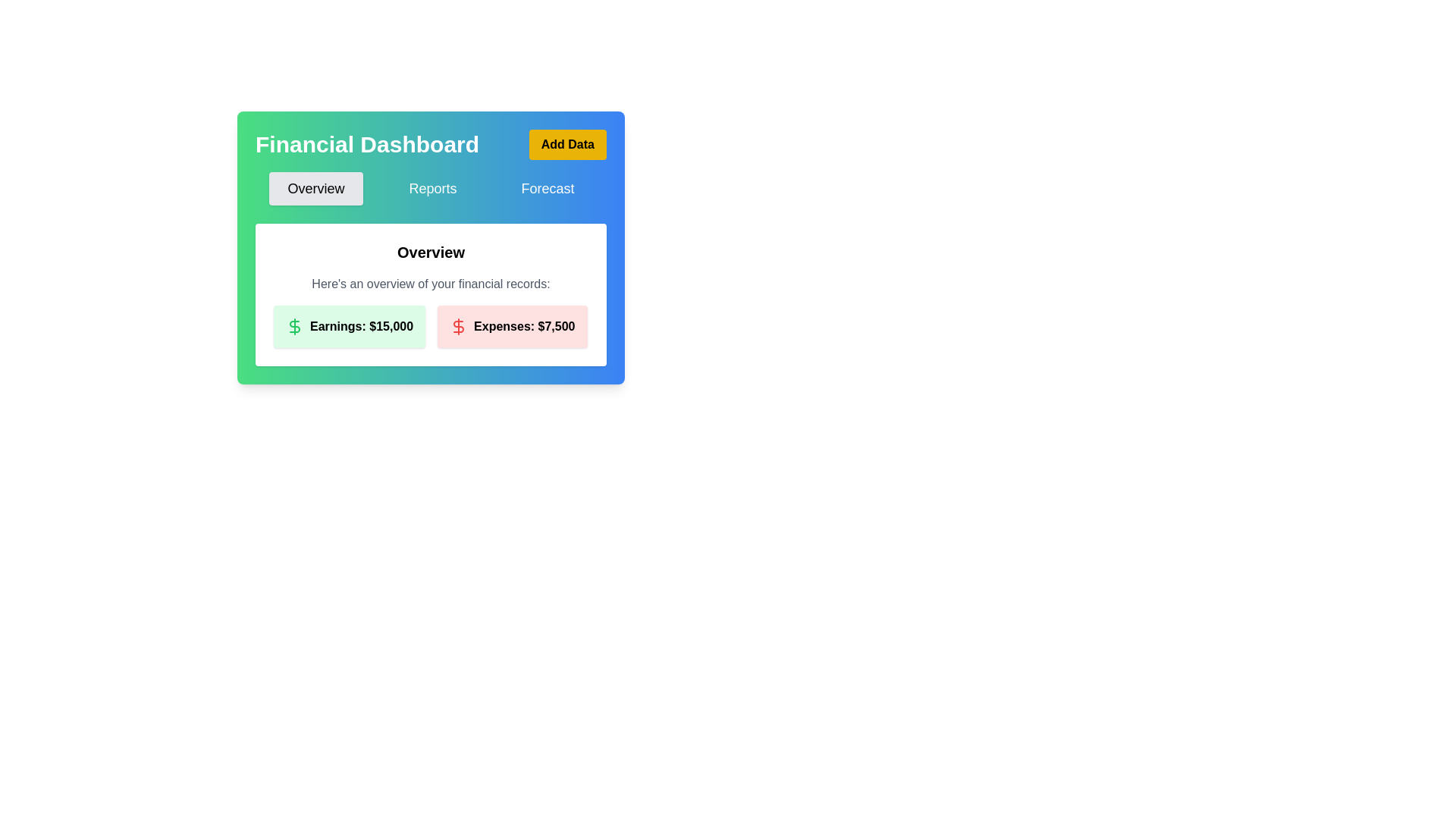 This screenshot has height=819, width=1456. I want to click on the text block that contains the phrase 'Here's an overview of your financial records:' which is styled in grayish font and located under the bold heading 'Overview', so click(430, 284).